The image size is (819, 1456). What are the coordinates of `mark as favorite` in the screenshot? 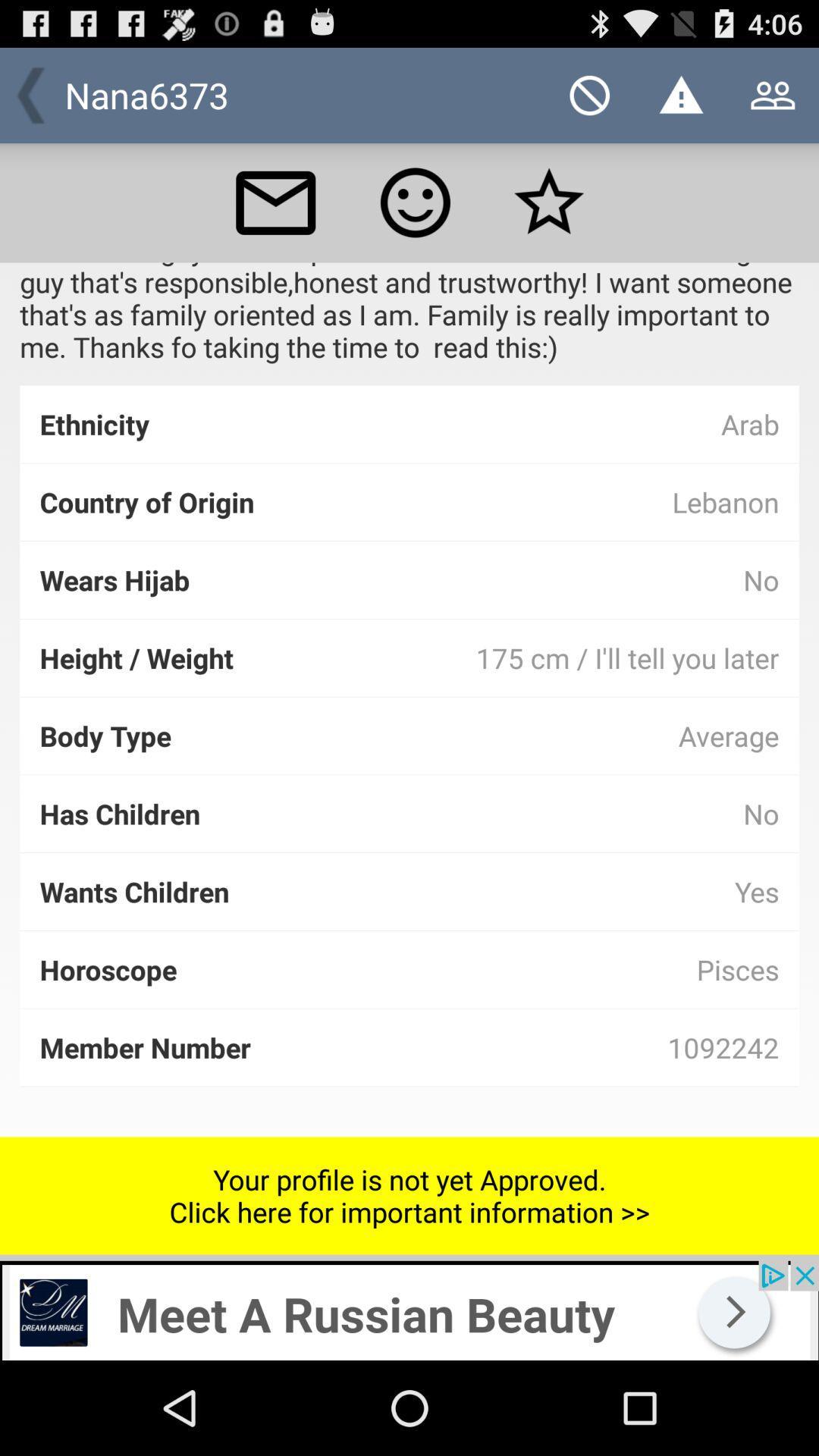 It's located at (549, 202).